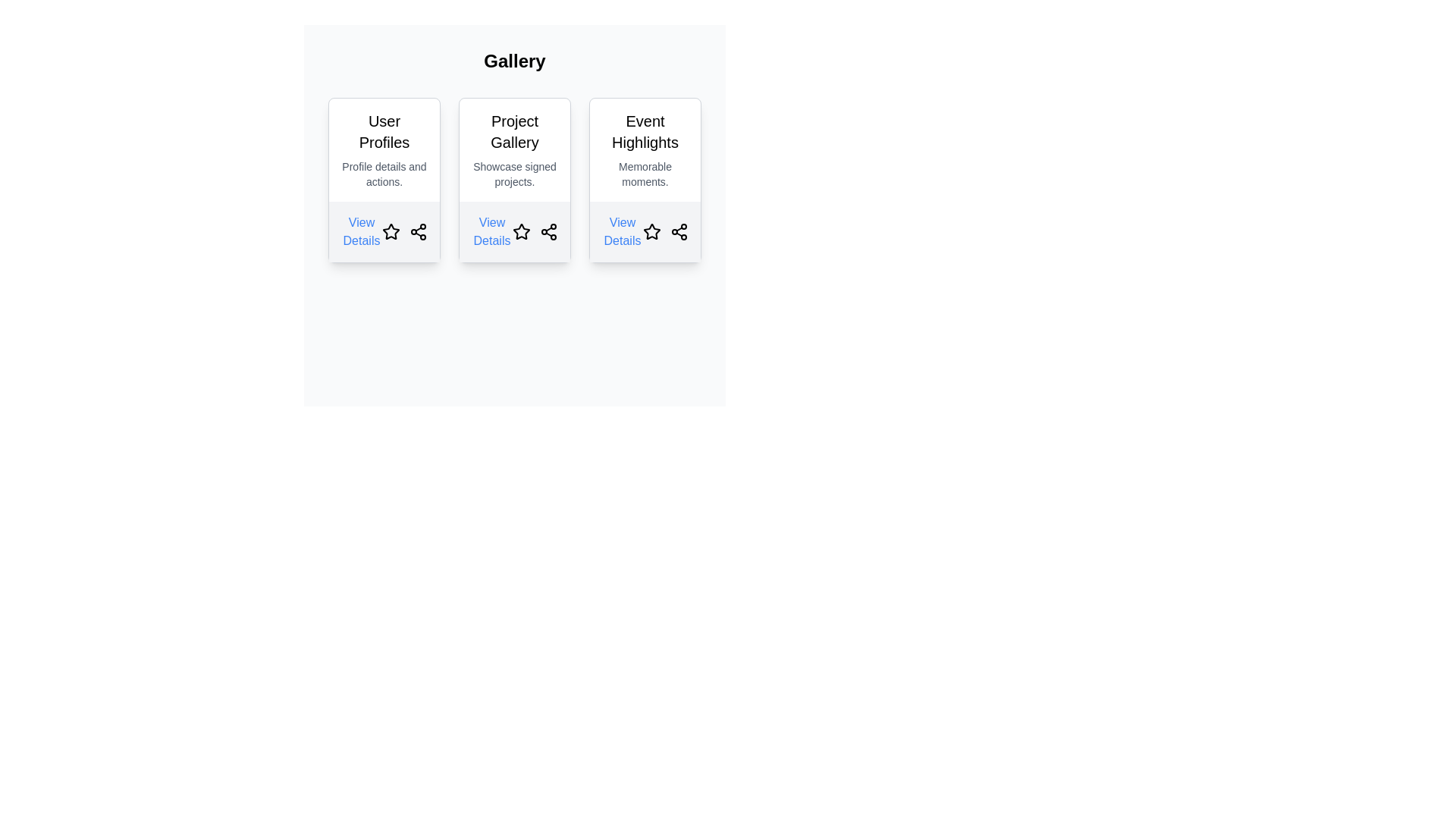 The width and height of the screenshot is (1456, 819). I want to click on the SVG share icon located to the immediate right of the star icon at the bottom of the 'User Profiles' card, so click(419, 231).